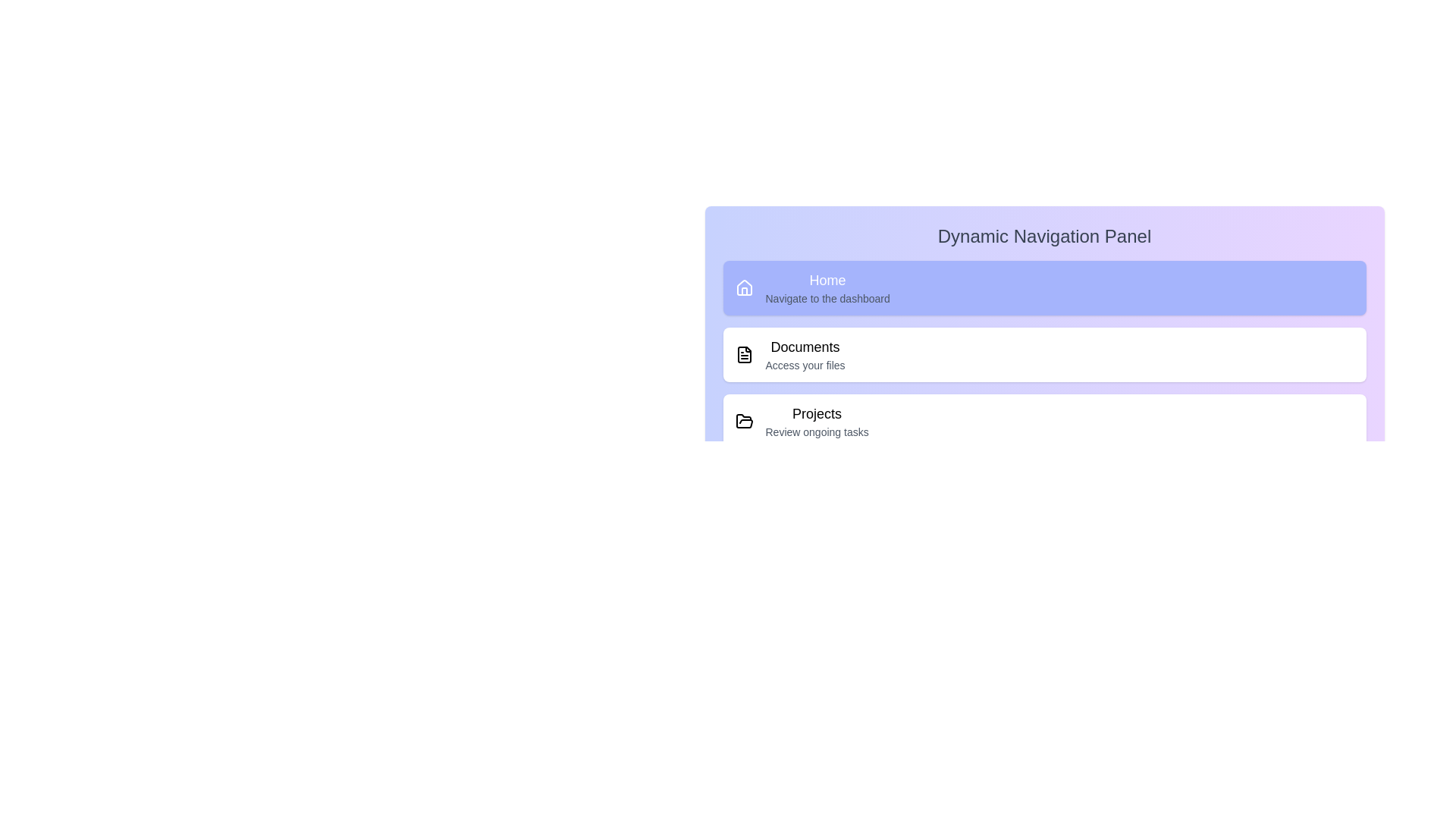  What do you see at coordinates (1043, 421) in the screenshot?
I see `the navigation item Projects` at bounding box center [1043, 421].